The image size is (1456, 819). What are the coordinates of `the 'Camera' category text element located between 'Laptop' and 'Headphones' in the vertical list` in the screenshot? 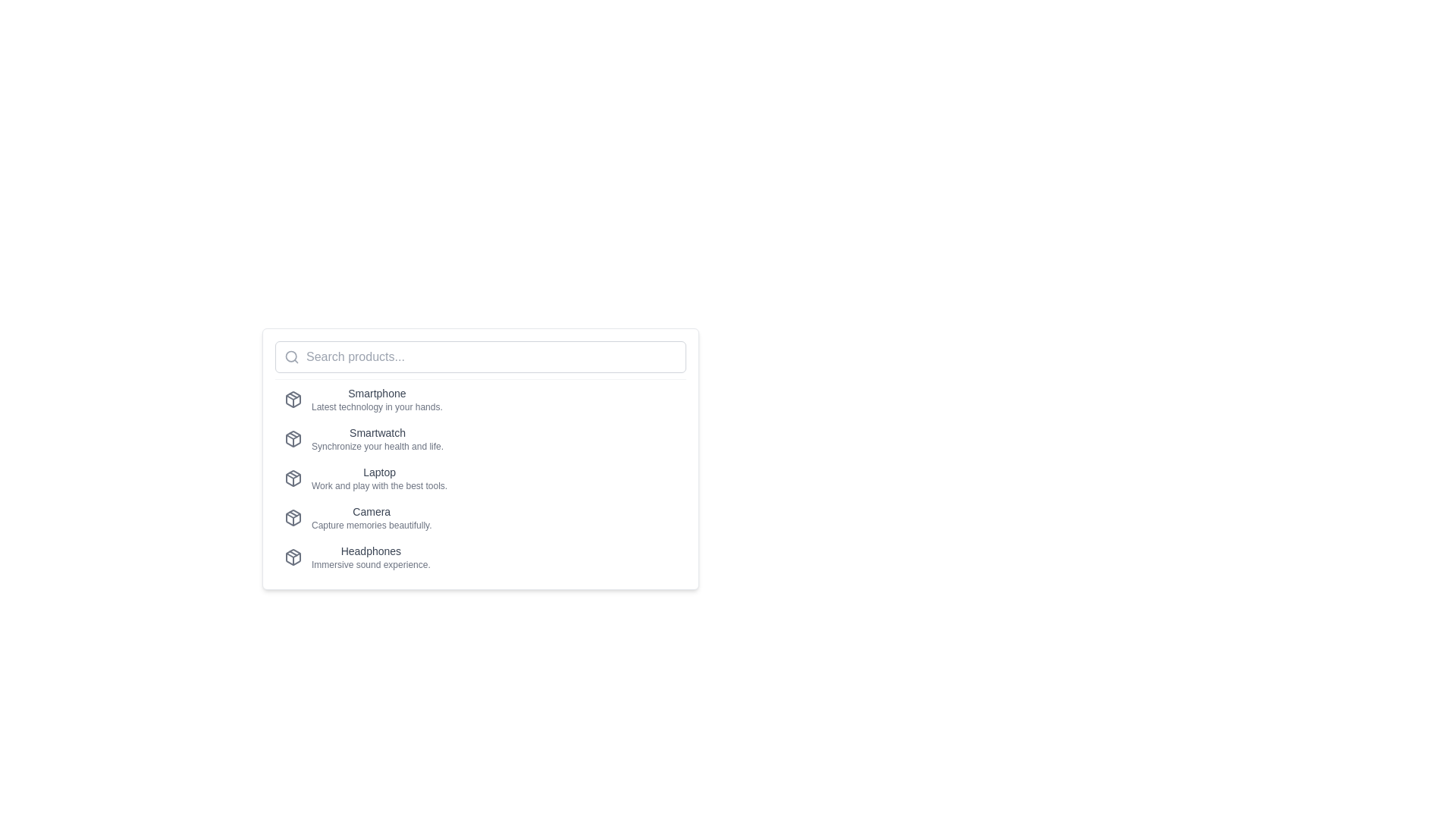 It's located at (372, 516).